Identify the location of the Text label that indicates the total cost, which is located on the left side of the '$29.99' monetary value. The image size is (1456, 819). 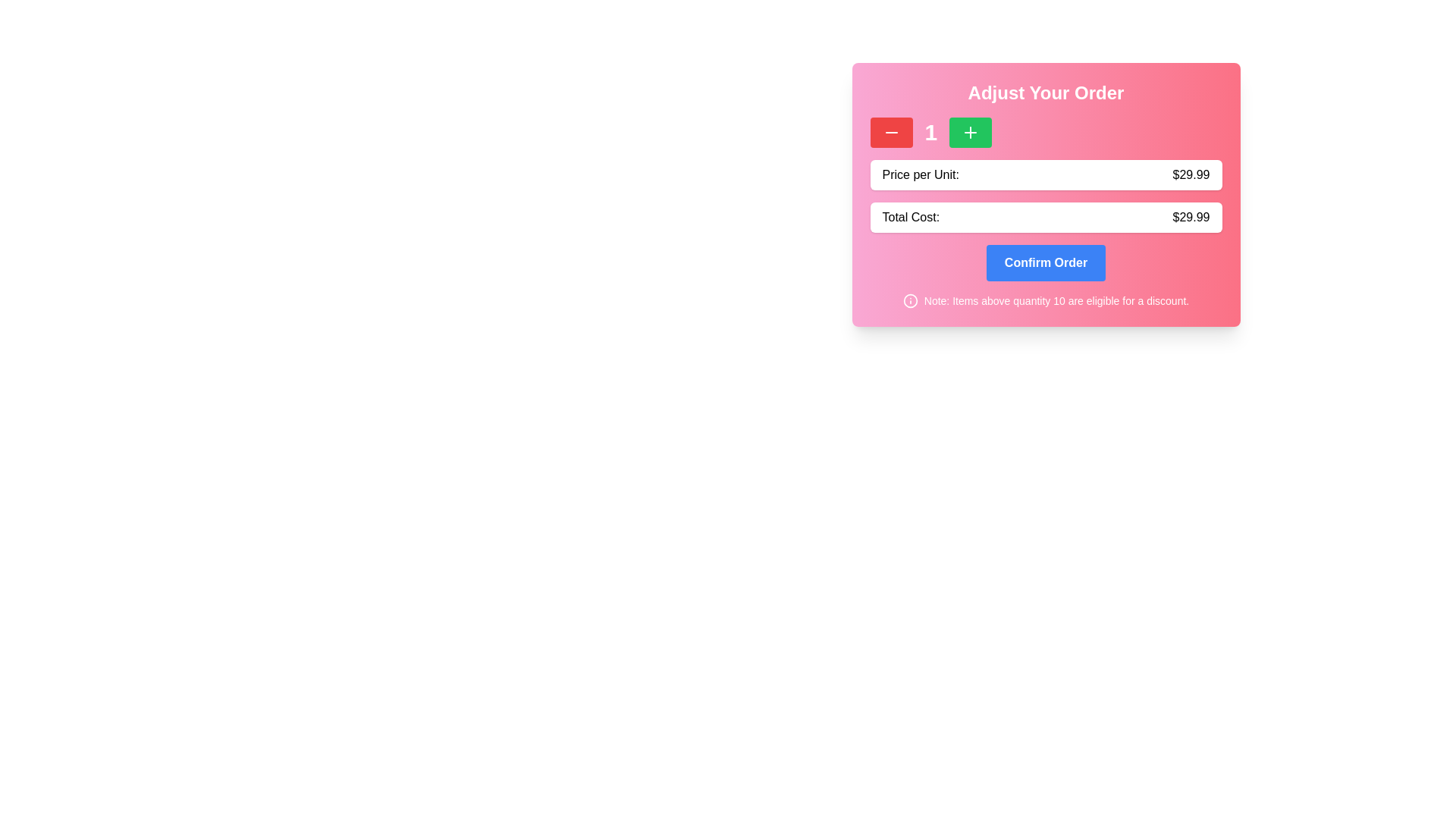
(910, 217).